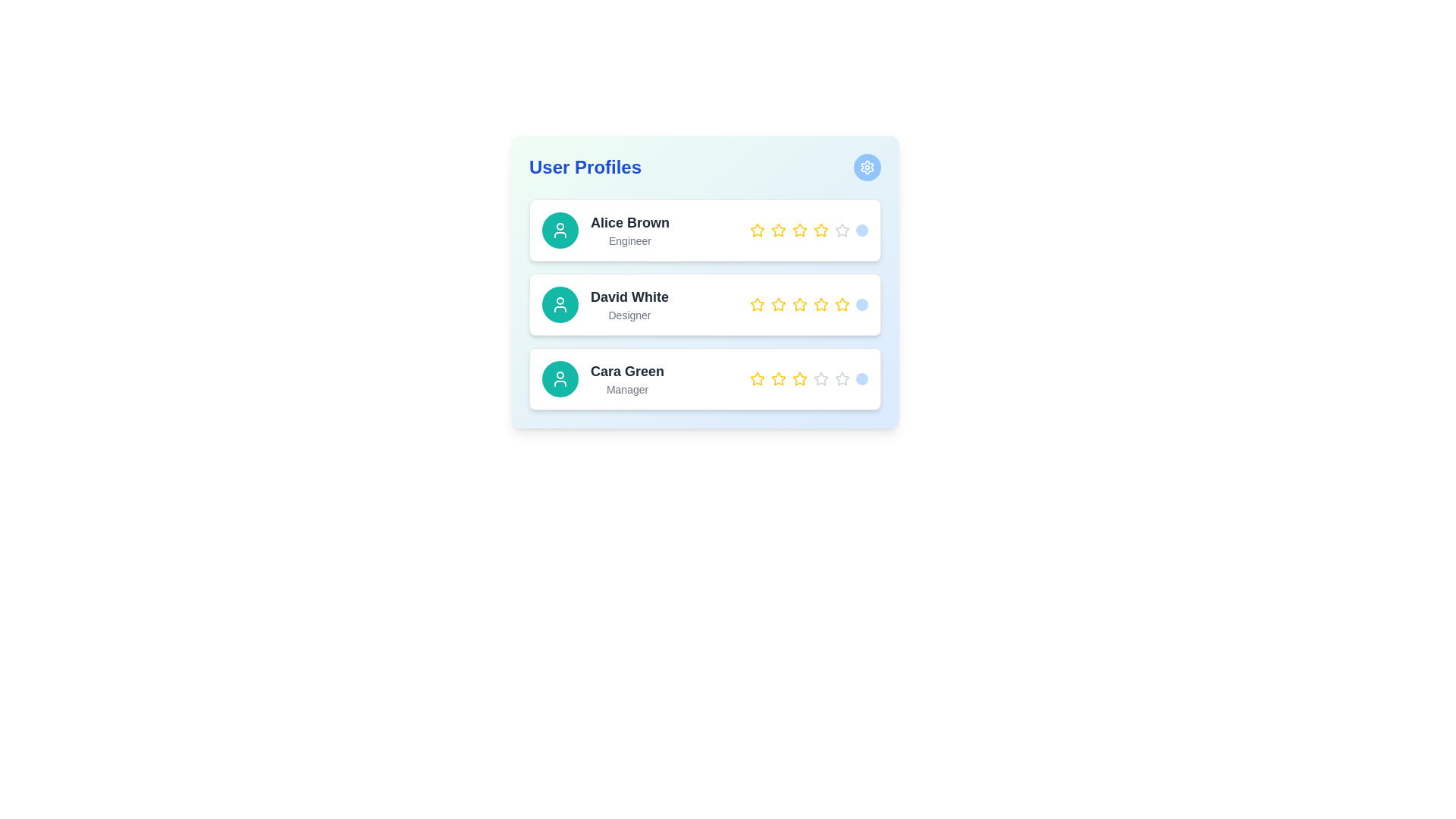  Describe the element at coordinates (862, 378) in the screenshot. I see `the interactive circular button with a light blue background located at the end of the rating-related horizontal arrangement in the 'Cara Green' user profile row` at that location.